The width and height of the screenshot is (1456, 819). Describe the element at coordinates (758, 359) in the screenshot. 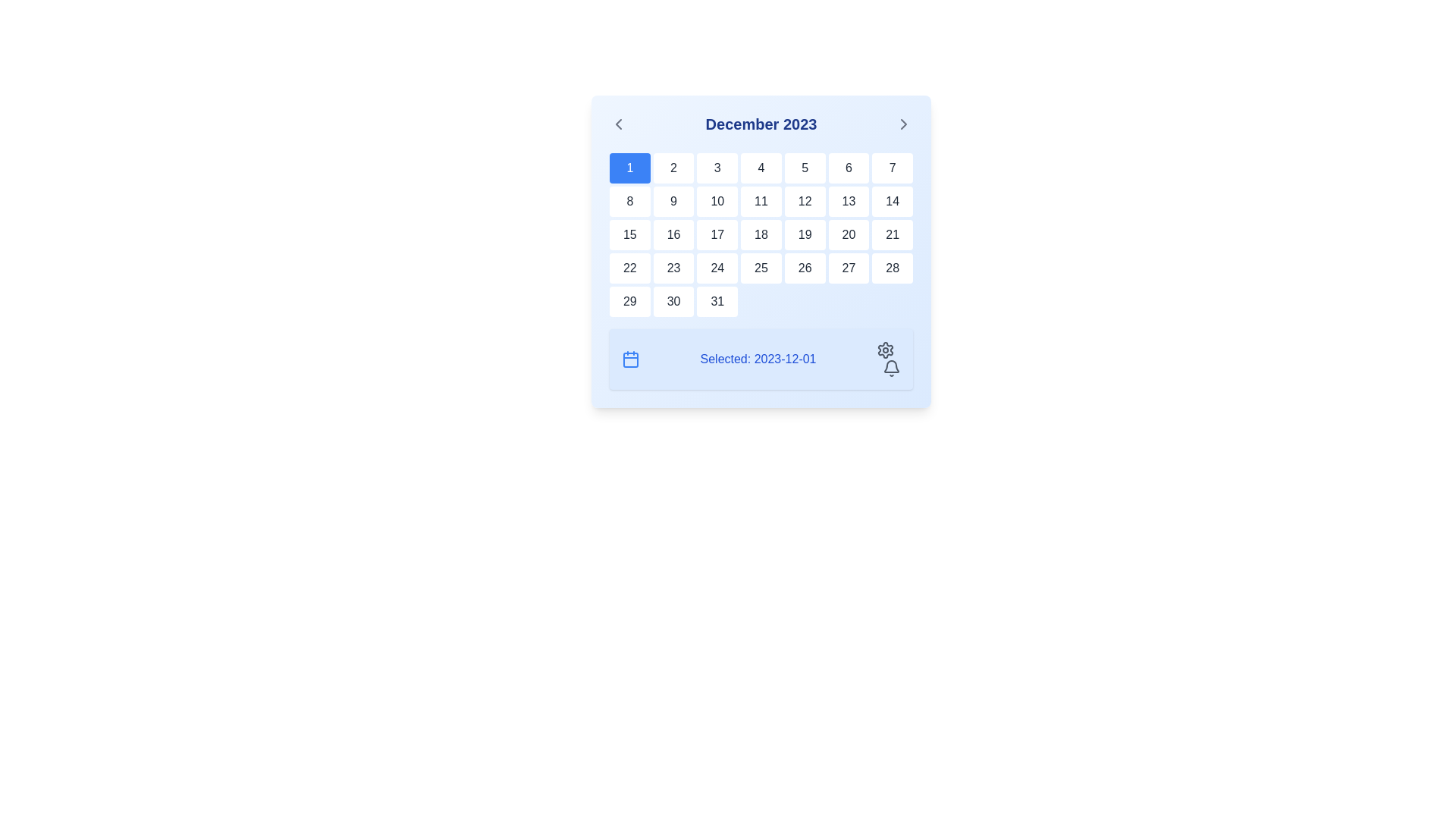

I see `the Text Label that displays the currently selected date in the calendar, located at the bottom section of the calendar interface` at that location.